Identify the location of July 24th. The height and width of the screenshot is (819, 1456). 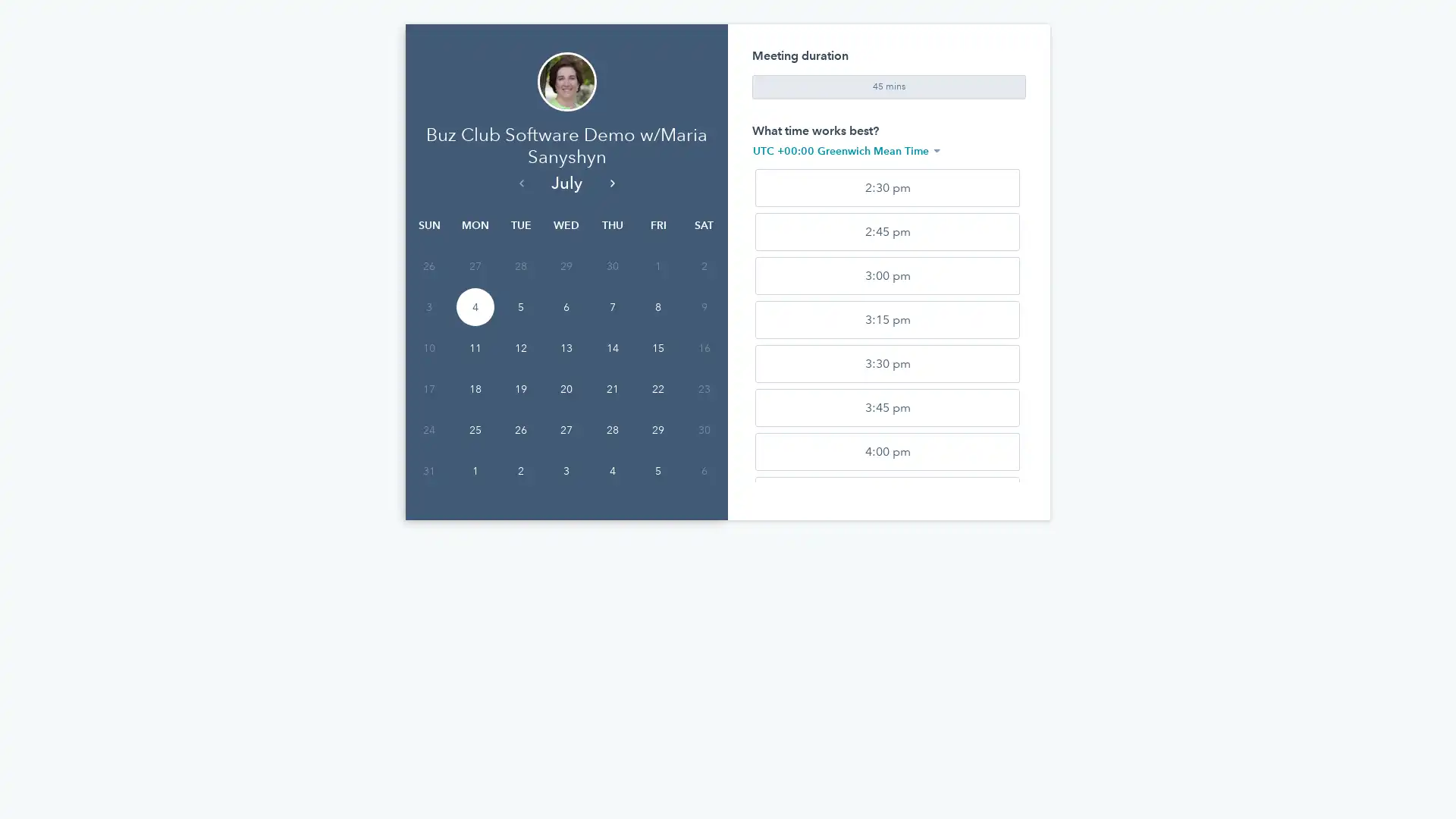
(428, 488).